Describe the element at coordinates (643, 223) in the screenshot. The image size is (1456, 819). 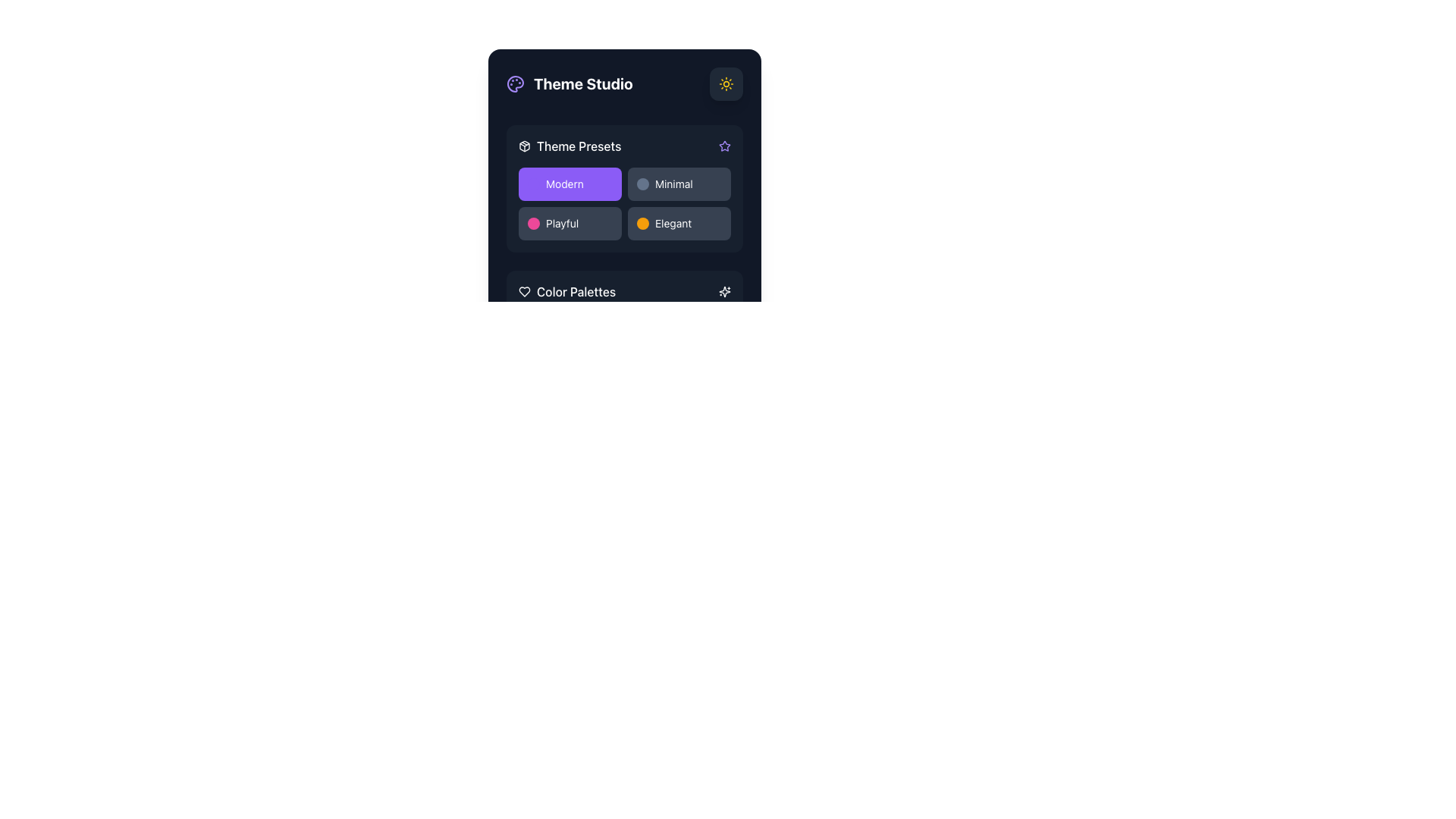
I see `the status indicator or decorative icon associated with the 'Elegant' preset in the 'Theme Presets' section of the 'Theme Studio' panel` at that location.